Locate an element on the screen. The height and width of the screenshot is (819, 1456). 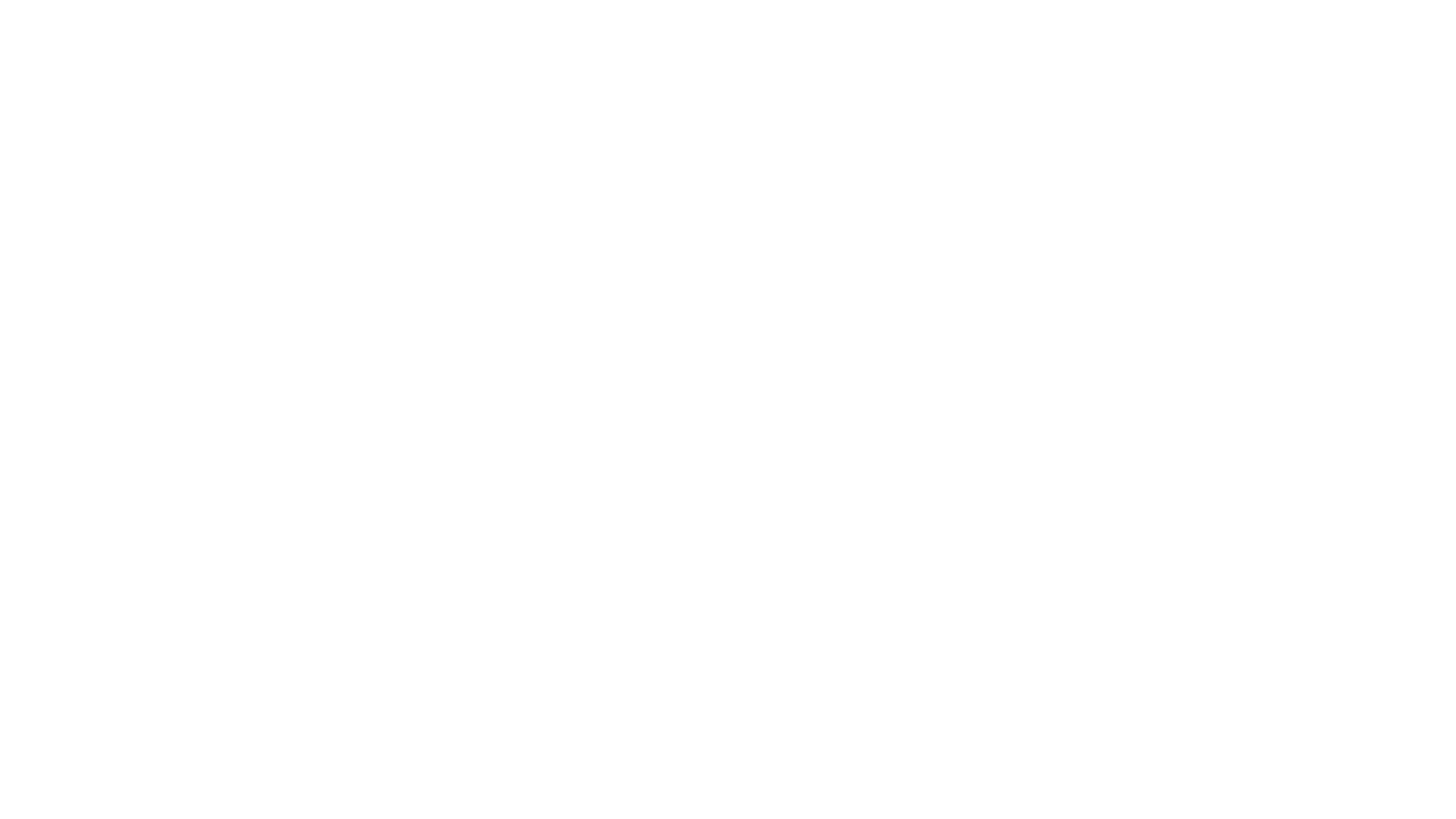
Play Episode 2: Nobody Cares About Your Fantasy World by No One Wants to Hear Your RPG Stories is located at coordinates (203, 494).